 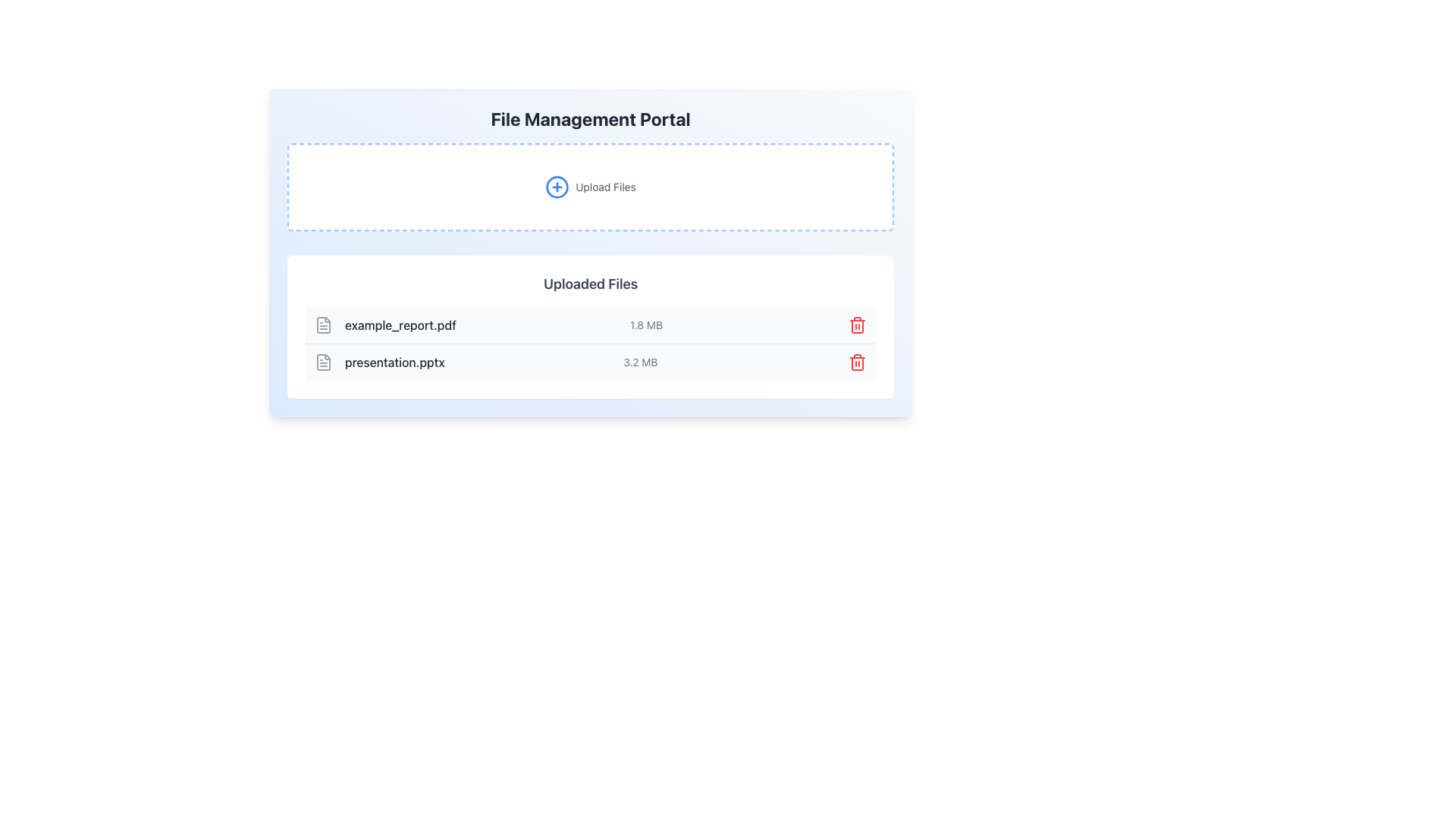 I want to click on the text file icon located to the left of the 'example_report.pdf' label, so click(x=323, y=324).